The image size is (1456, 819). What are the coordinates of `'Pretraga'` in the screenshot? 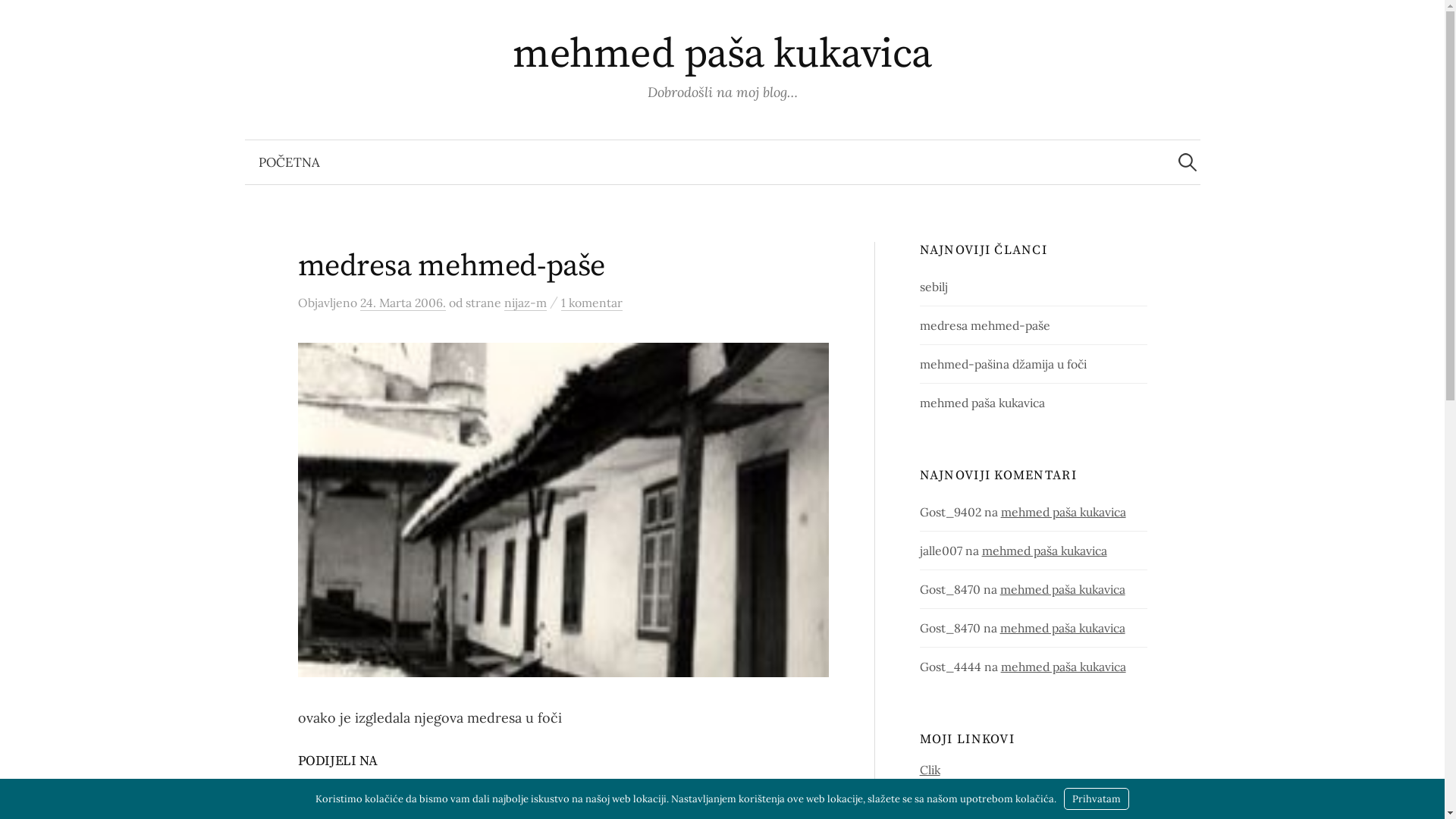 It's located at (18, 18).